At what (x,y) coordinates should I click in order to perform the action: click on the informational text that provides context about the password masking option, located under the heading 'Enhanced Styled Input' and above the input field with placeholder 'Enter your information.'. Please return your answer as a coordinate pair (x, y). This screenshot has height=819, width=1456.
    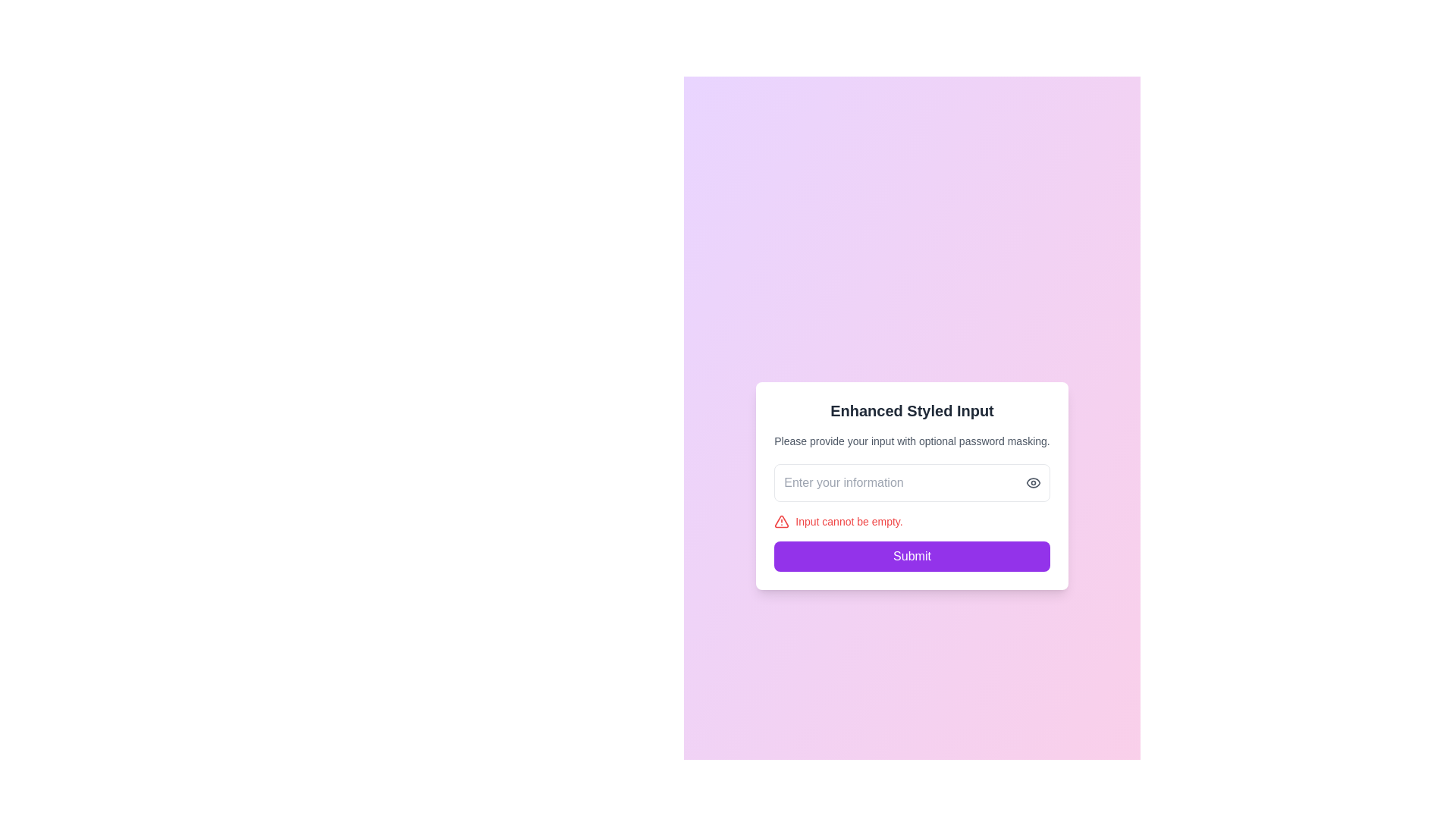
    Looking at the image, I should click on (912, 441).